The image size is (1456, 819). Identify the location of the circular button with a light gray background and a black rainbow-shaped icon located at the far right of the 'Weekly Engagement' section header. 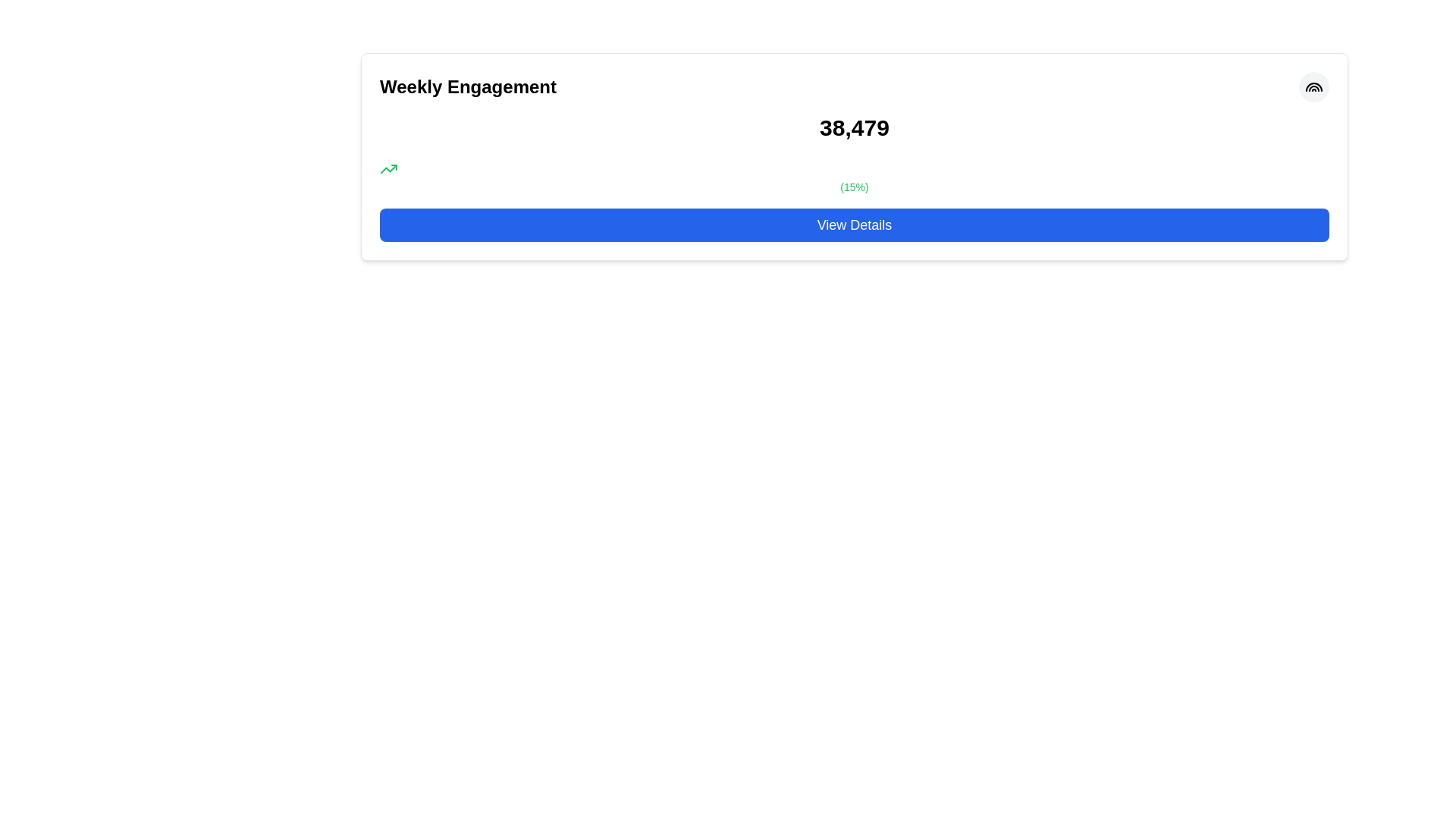
(1313, 87).